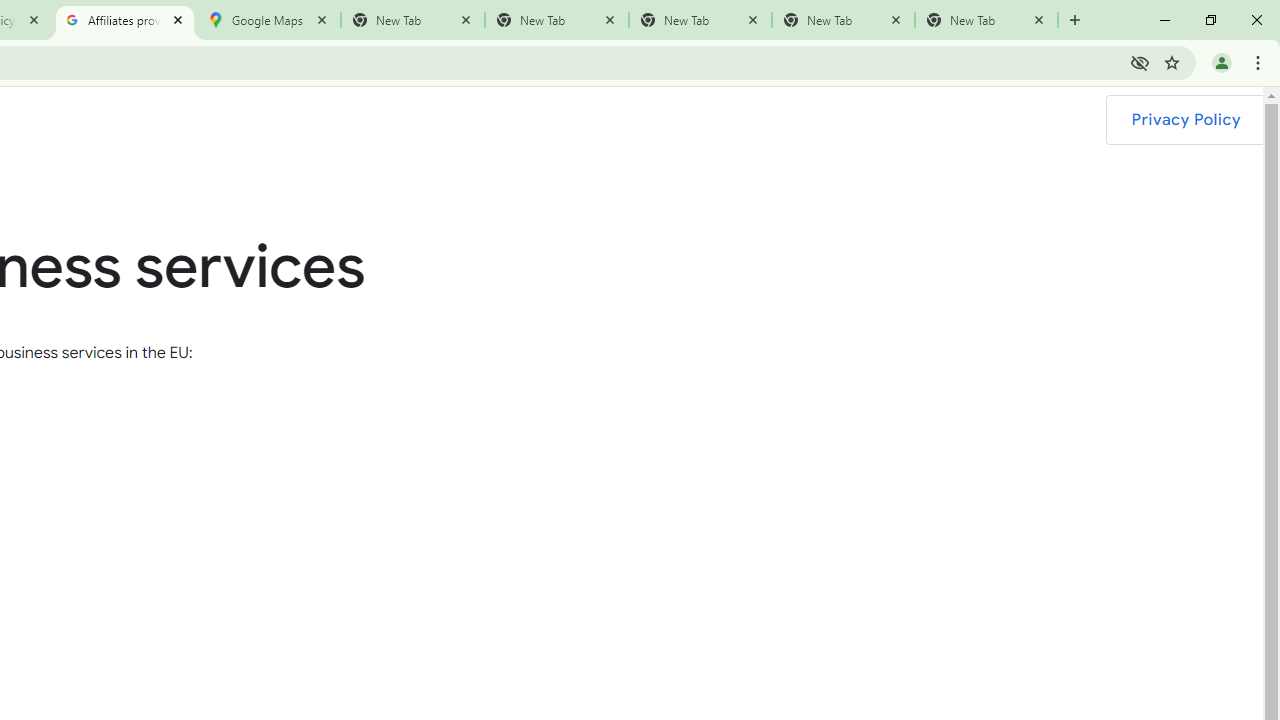 This screenshot has width=1280, height=720. What do you see at coordinates (1185, 119) in the screenshot?
I see `'Privacy Policy'` at bounding box center [1185, 119].